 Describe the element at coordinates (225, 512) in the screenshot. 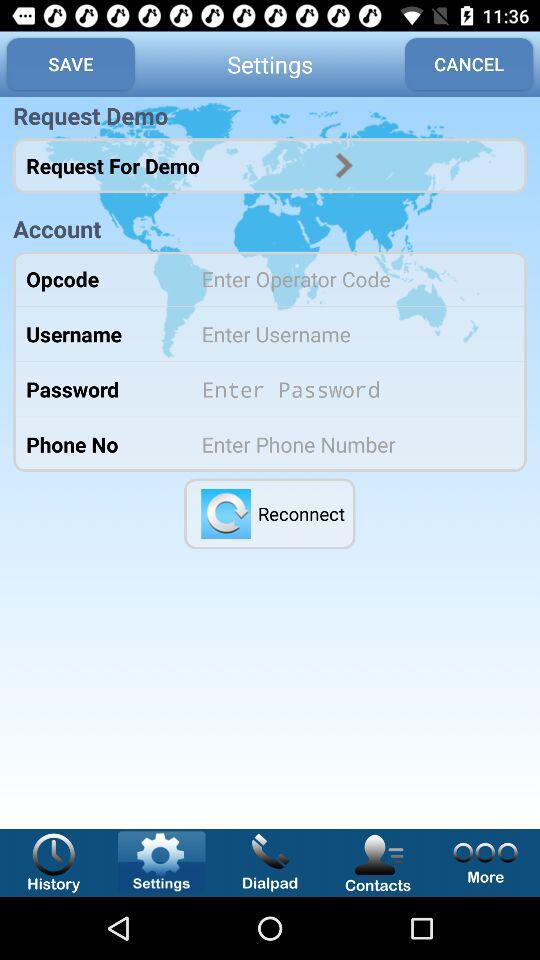

I see `reopened the applications and reconnected to the internet` at that location.